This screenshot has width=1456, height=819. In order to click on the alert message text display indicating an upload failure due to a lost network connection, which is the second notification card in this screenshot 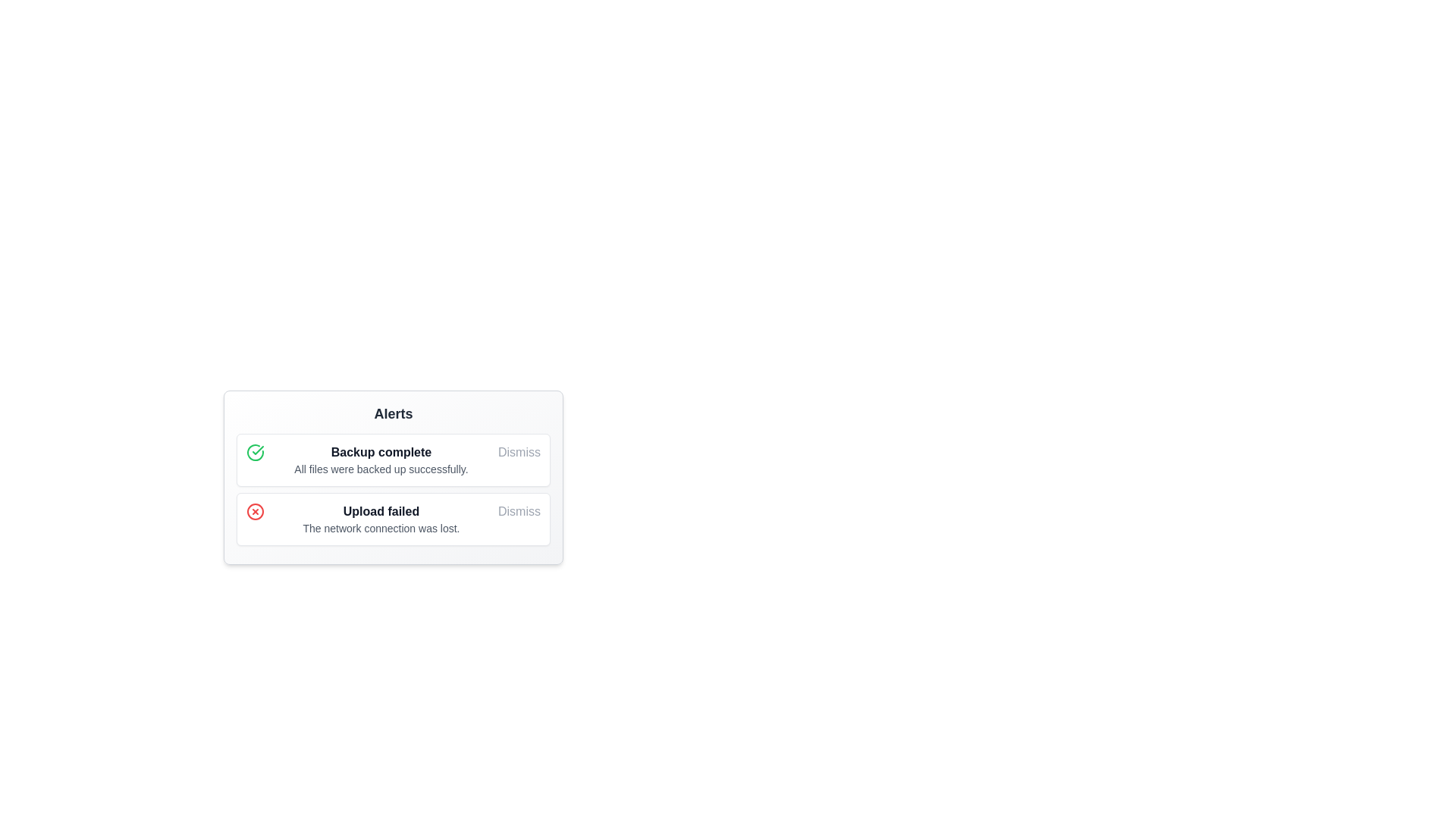, I will do `click(381, 519)`.